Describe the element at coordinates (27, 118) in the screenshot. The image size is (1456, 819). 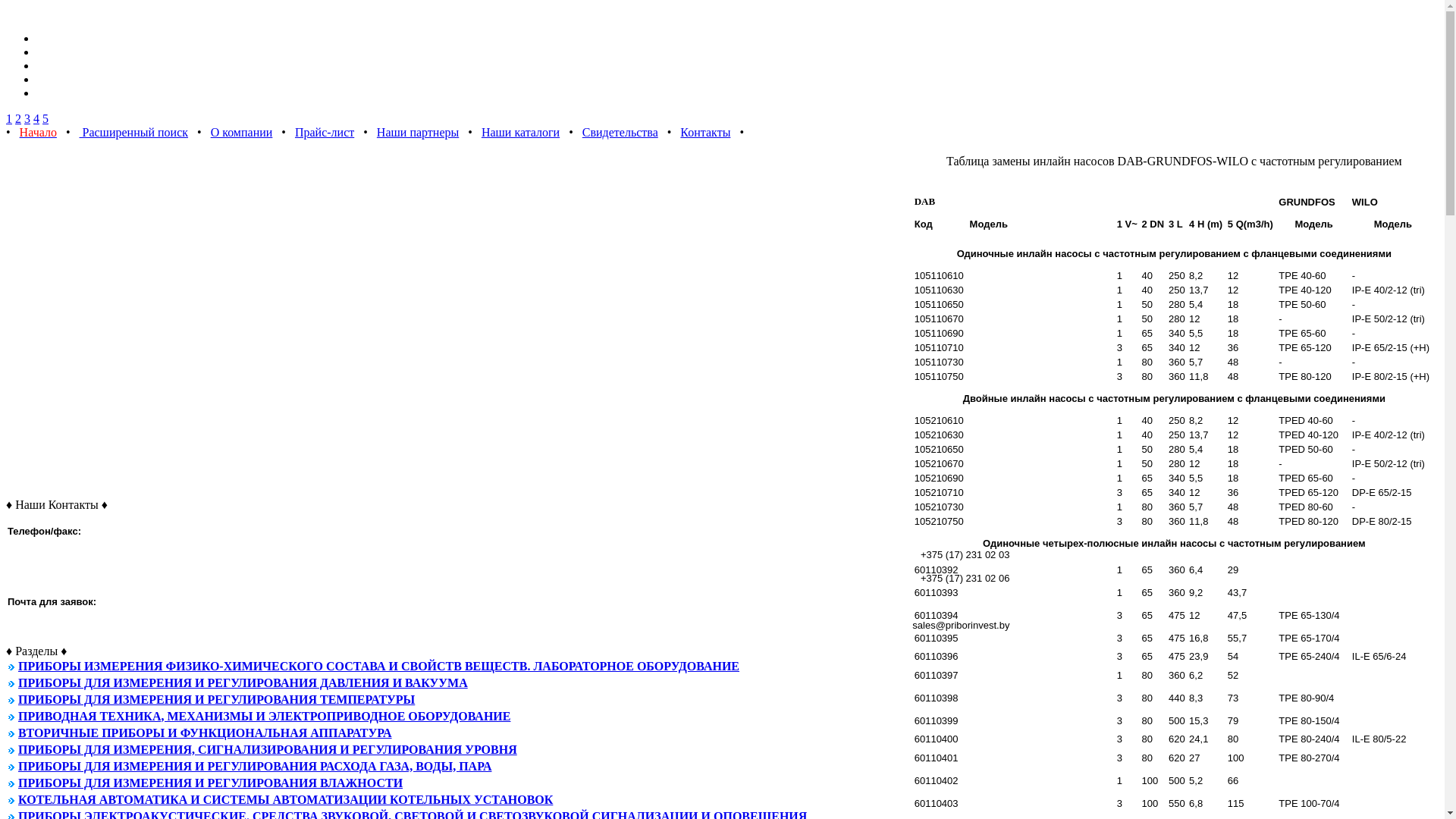
I see `'3'` at that location.